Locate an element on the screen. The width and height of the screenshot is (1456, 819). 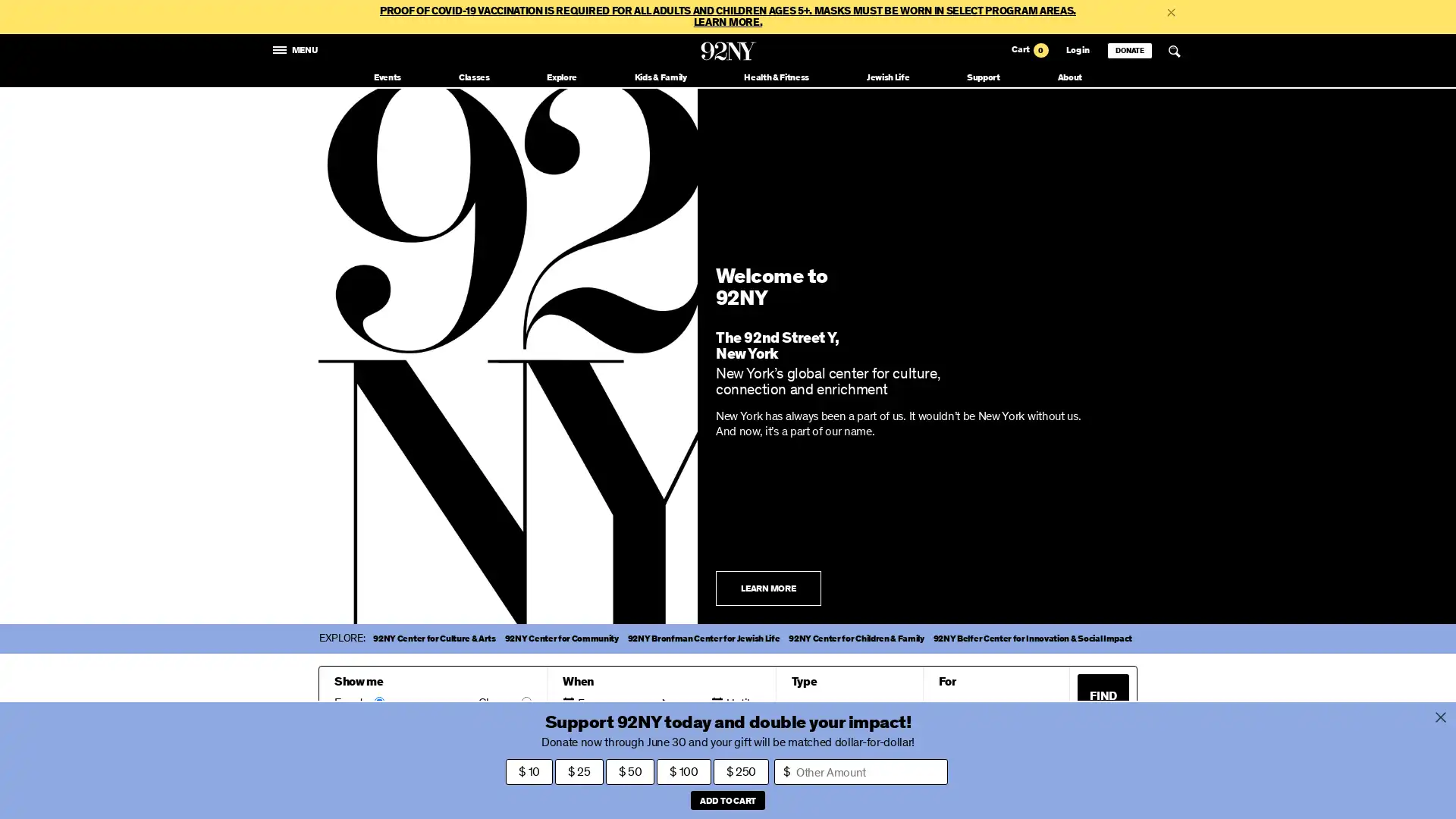
Close this alert is located at coordinates (1170, 11).